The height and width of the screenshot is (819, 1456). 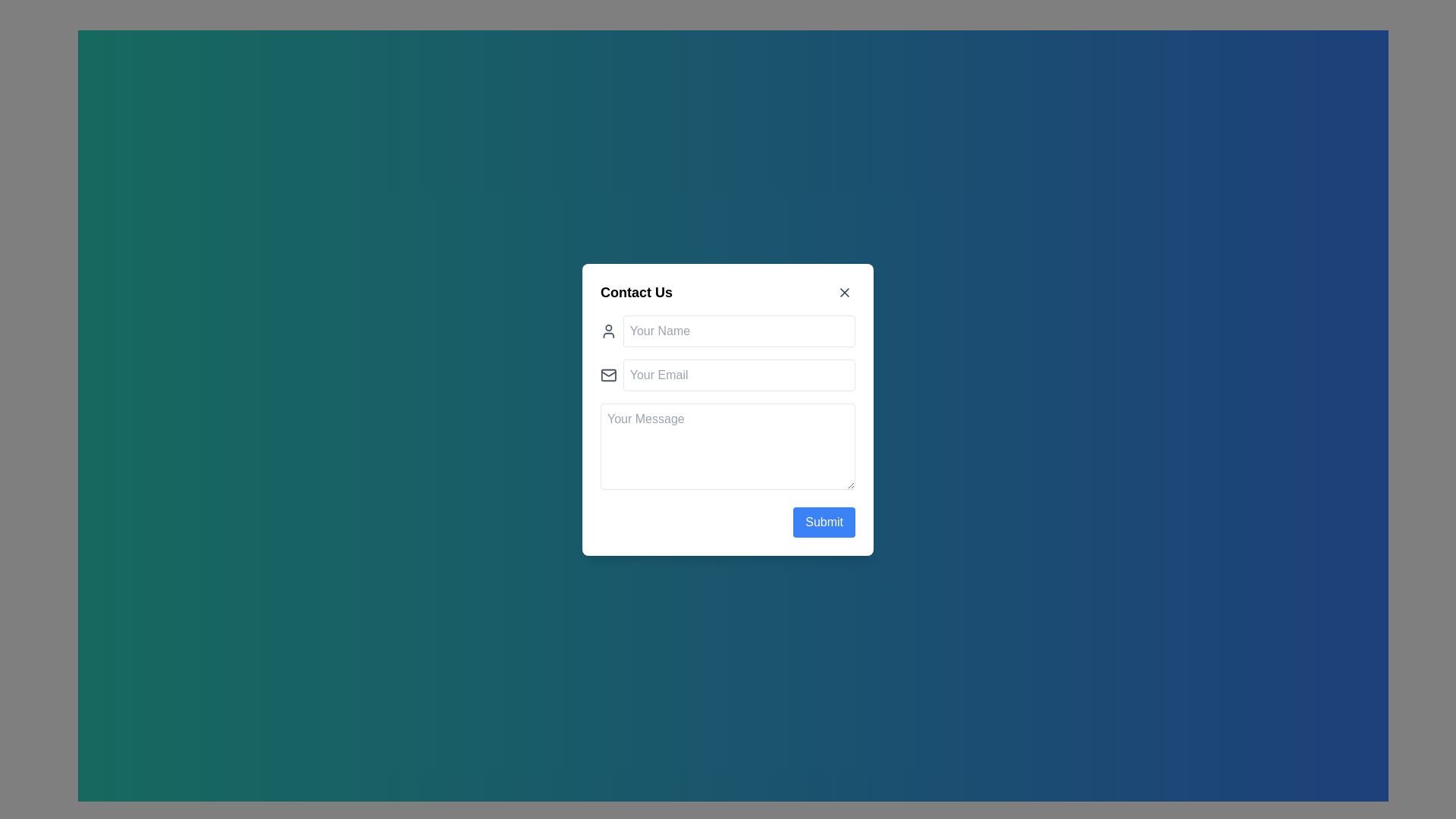 What do you see at coordinates (843, 292) in the screenshot?
I see `the 'X' mark icon in the top-right corner of the contact form modal` at bounding box center [843, 292].